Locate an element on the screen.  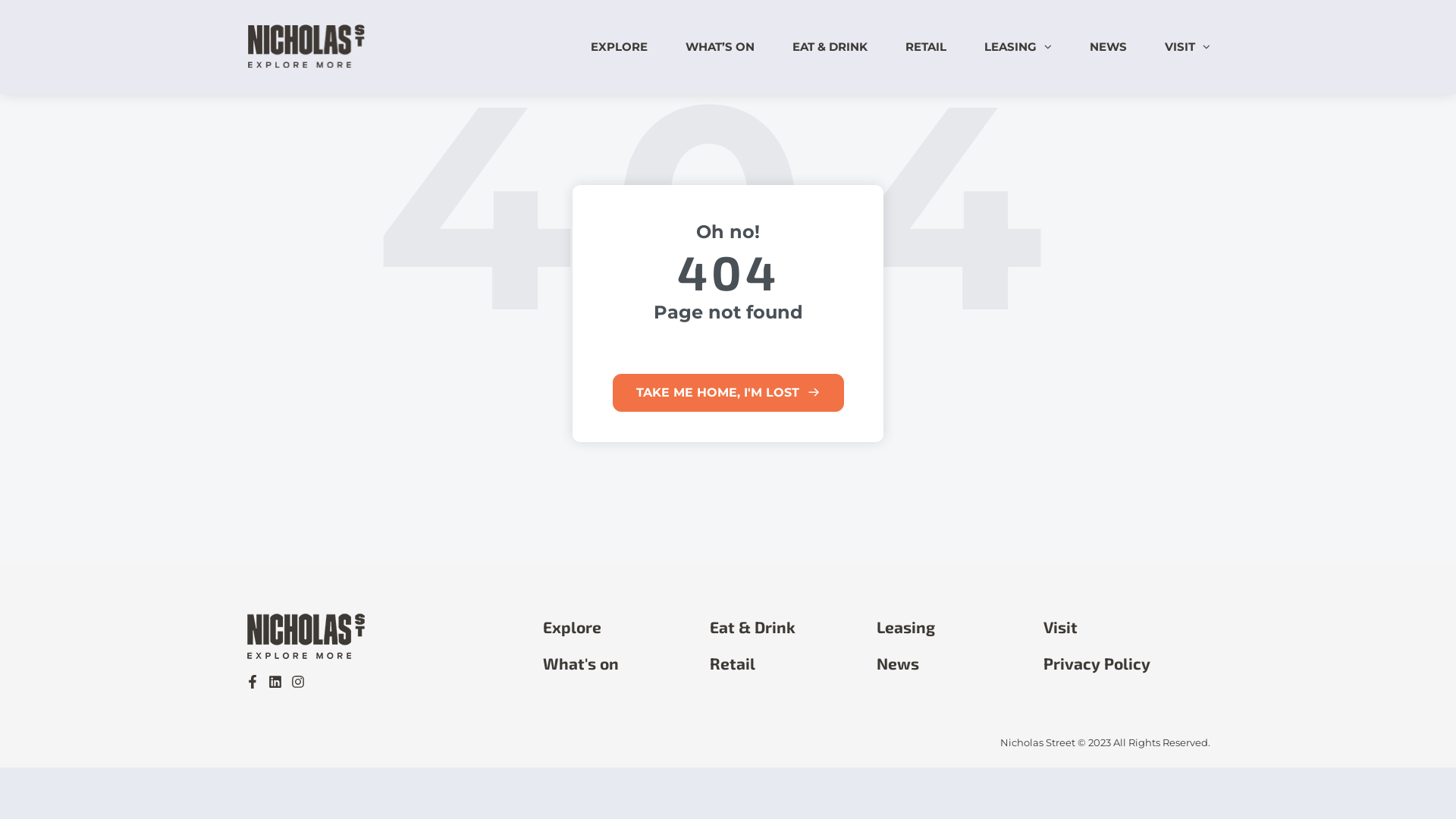
'RETAIL' is located at coordinates (924, 45).